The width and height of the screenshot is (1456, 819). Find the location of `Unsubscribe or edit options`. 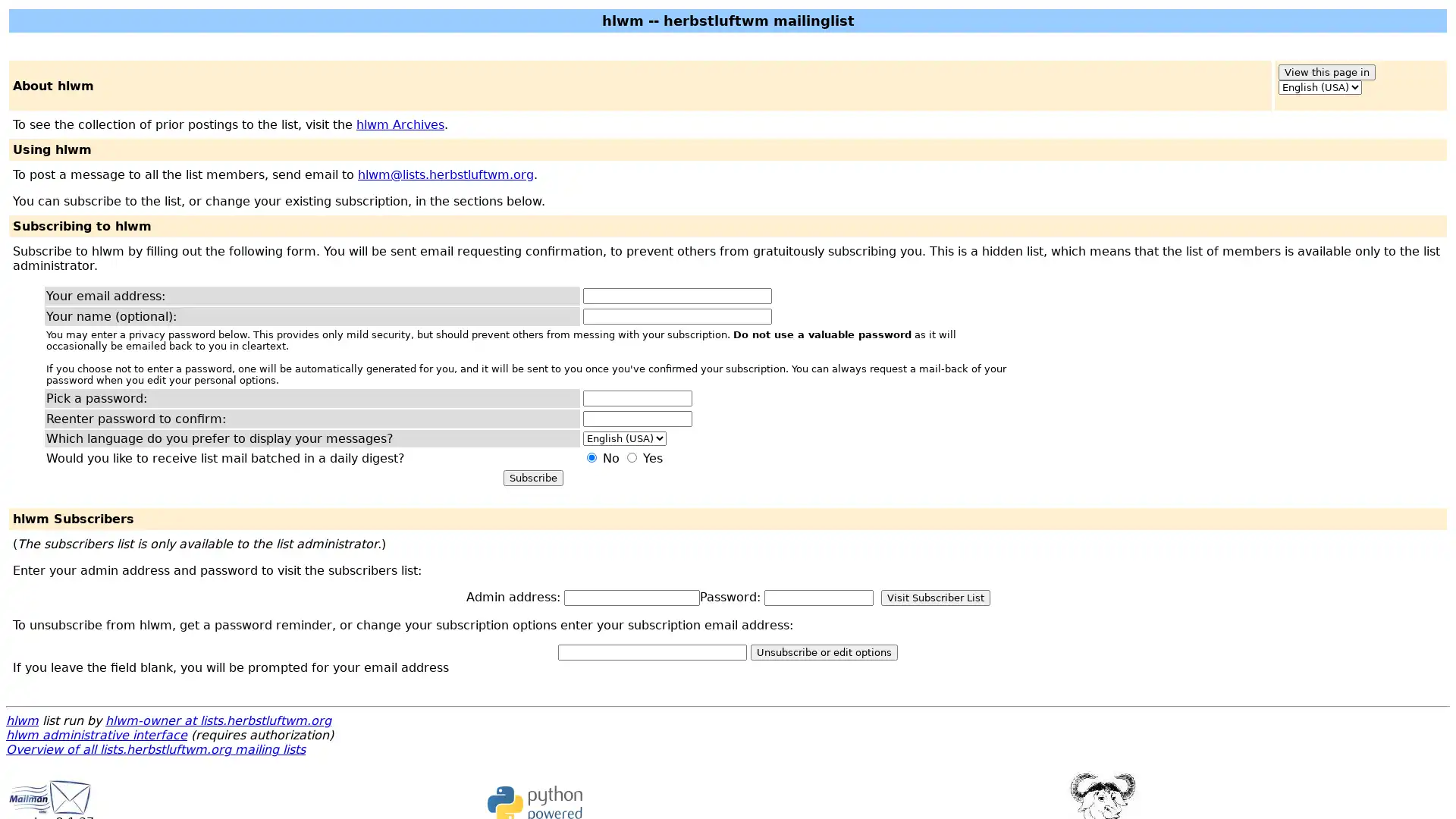

Unsubscribe or edit options is located at coordinates (823, 651).